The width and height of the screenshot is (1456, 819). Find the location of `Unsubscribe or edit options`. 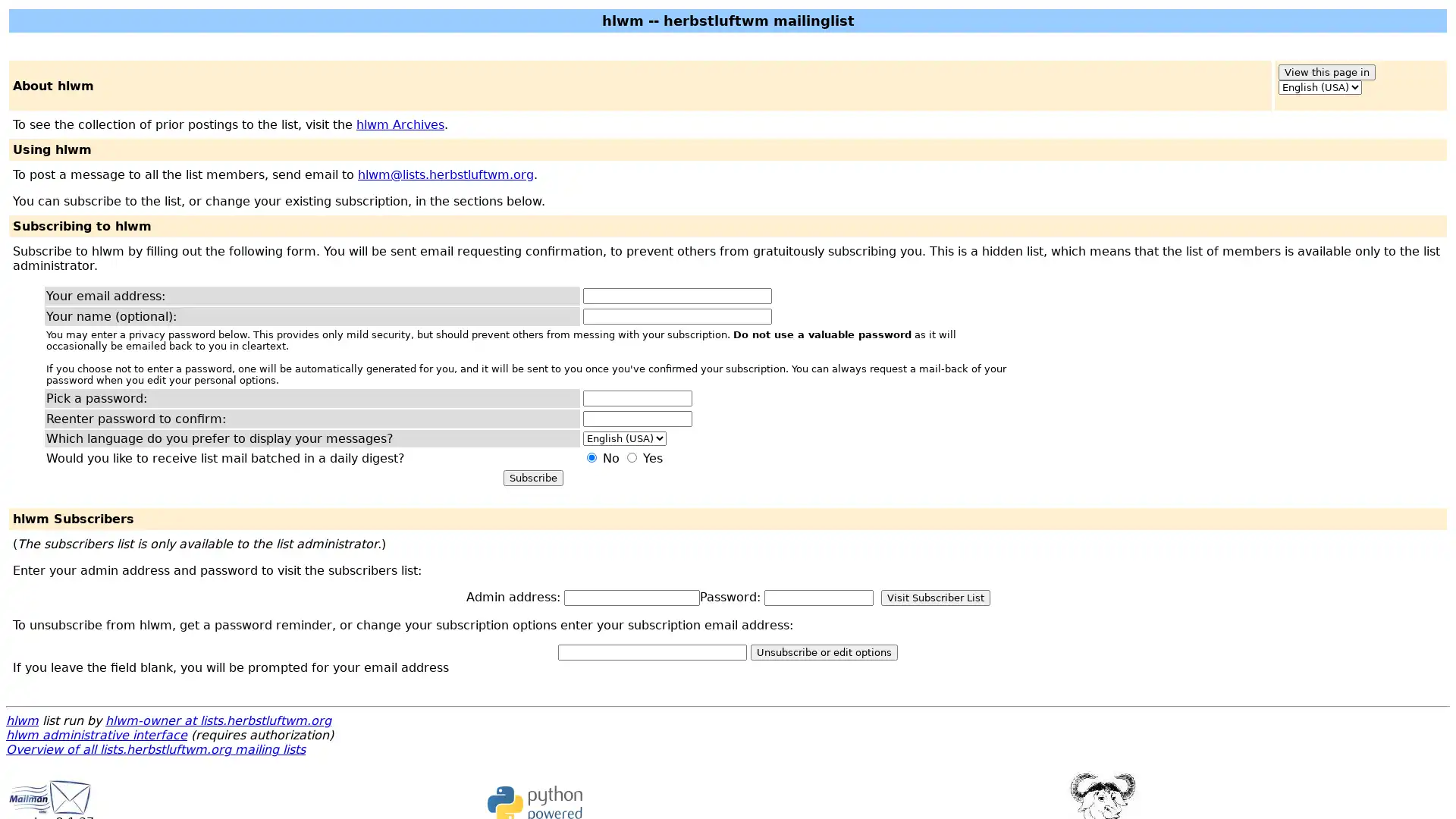

Unsubscribe or edit options is located at coordinates (823, 651).